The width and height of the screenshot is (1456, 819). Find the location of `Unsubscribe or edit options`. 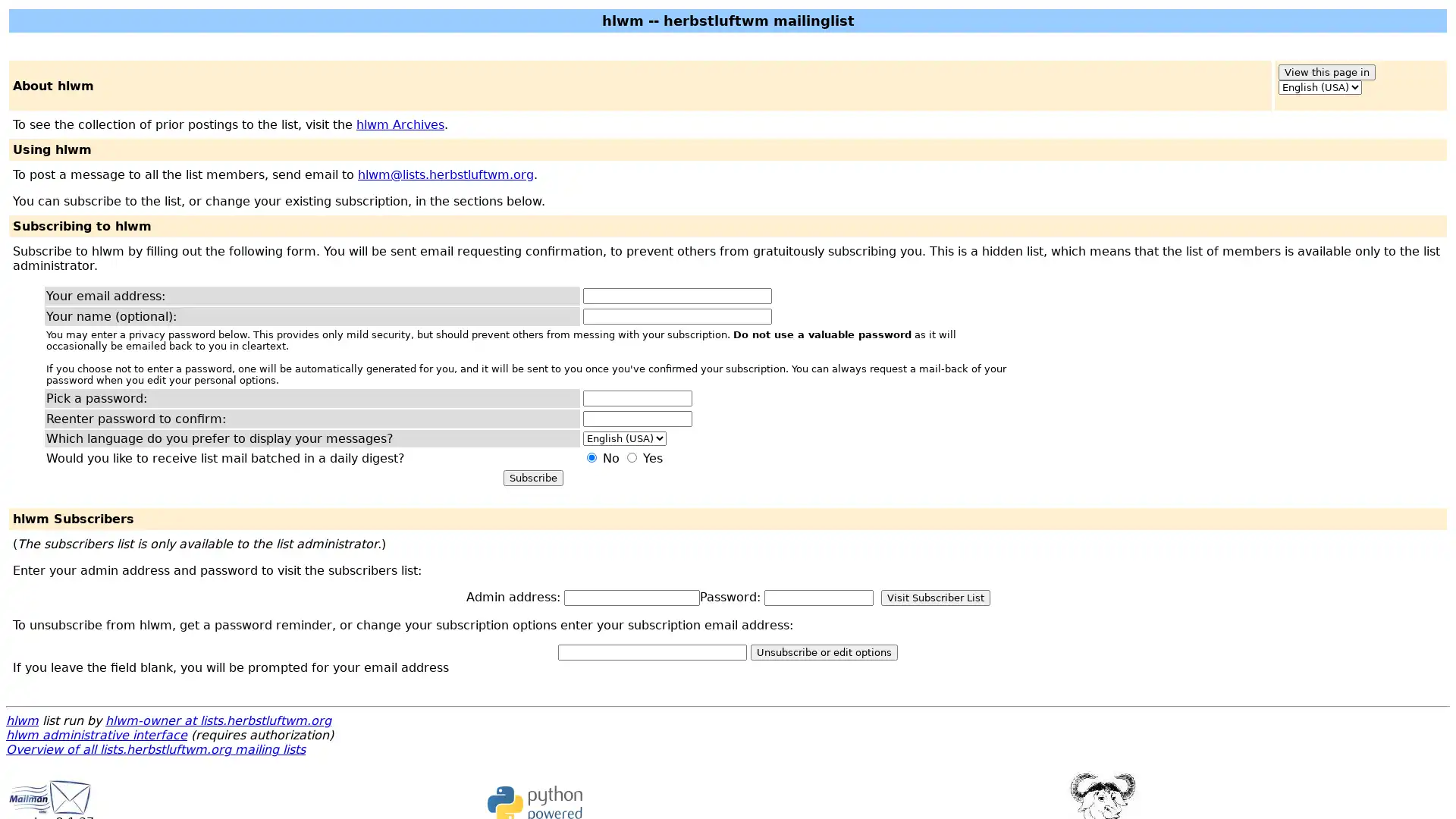

Unsubscribe or edit options is located at coordinates (823, 651).